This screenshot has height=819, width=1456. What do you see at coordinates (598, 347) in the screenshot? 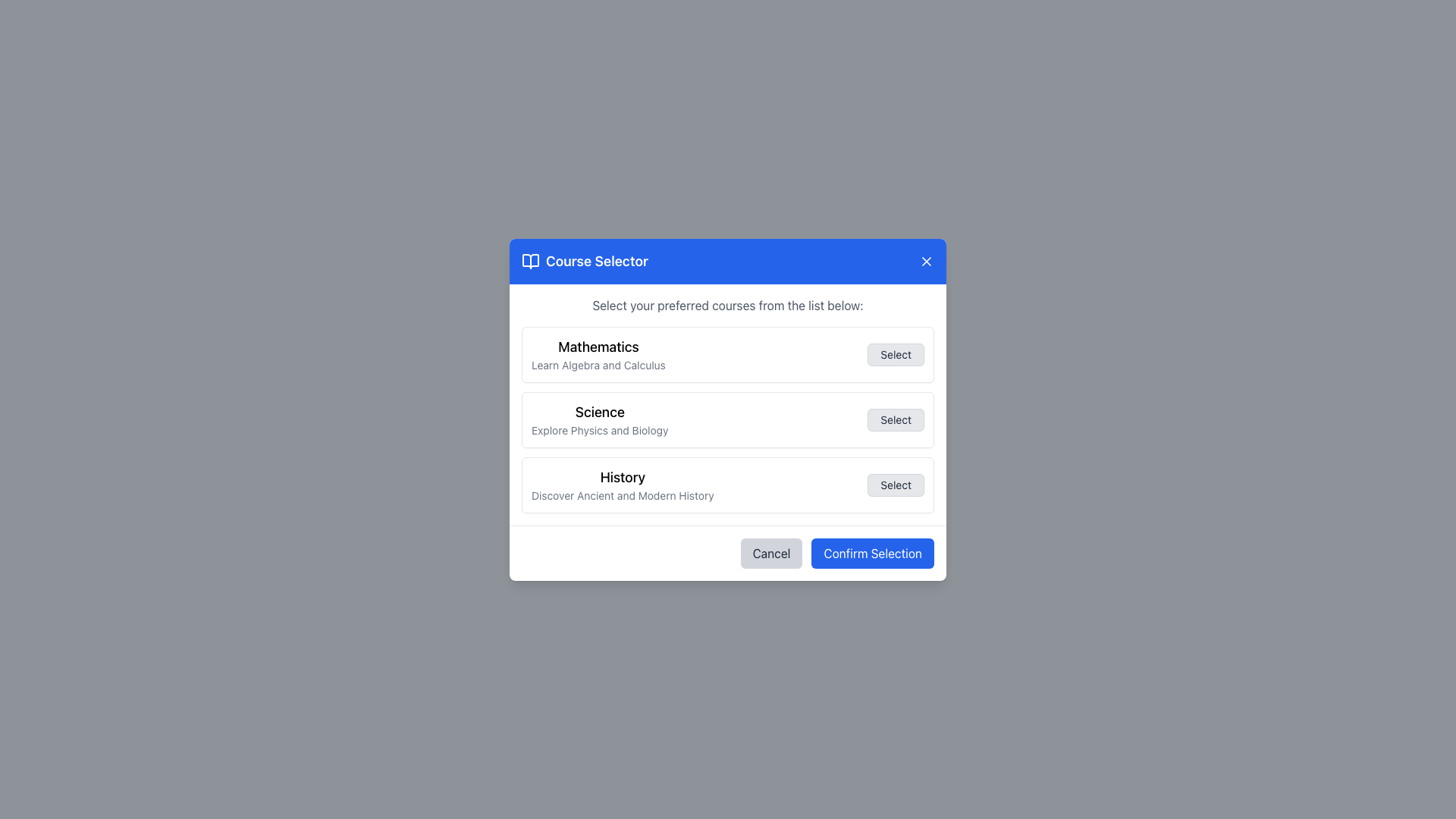
I see `the Text Label for the Mathematics course category, which serves as the title in the course selection list and is located in the upper area of a white rectangular section` at bounding box center [598, 347].